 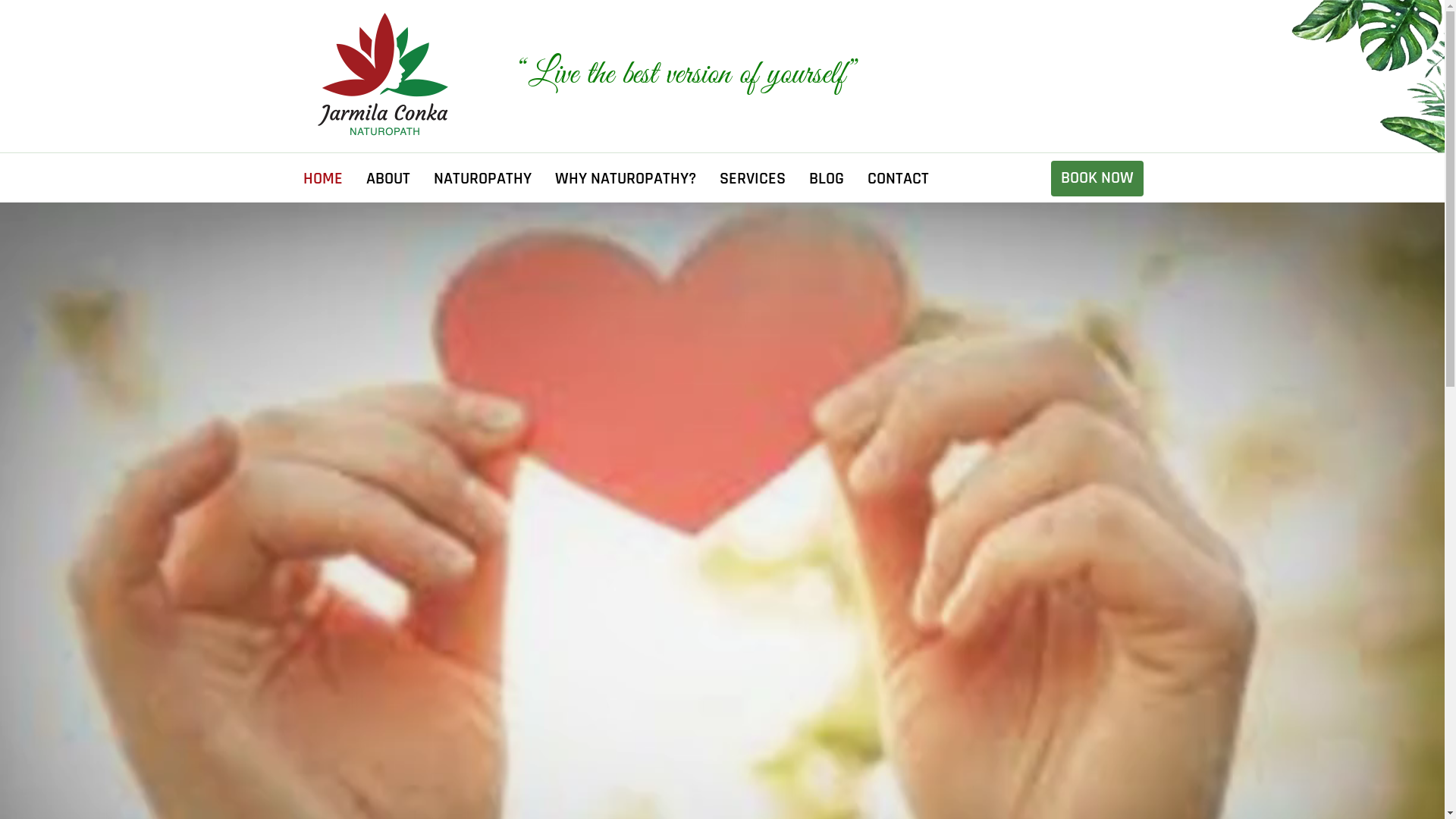 I want to click on 'CONTACT', so click(x=898, y=177).